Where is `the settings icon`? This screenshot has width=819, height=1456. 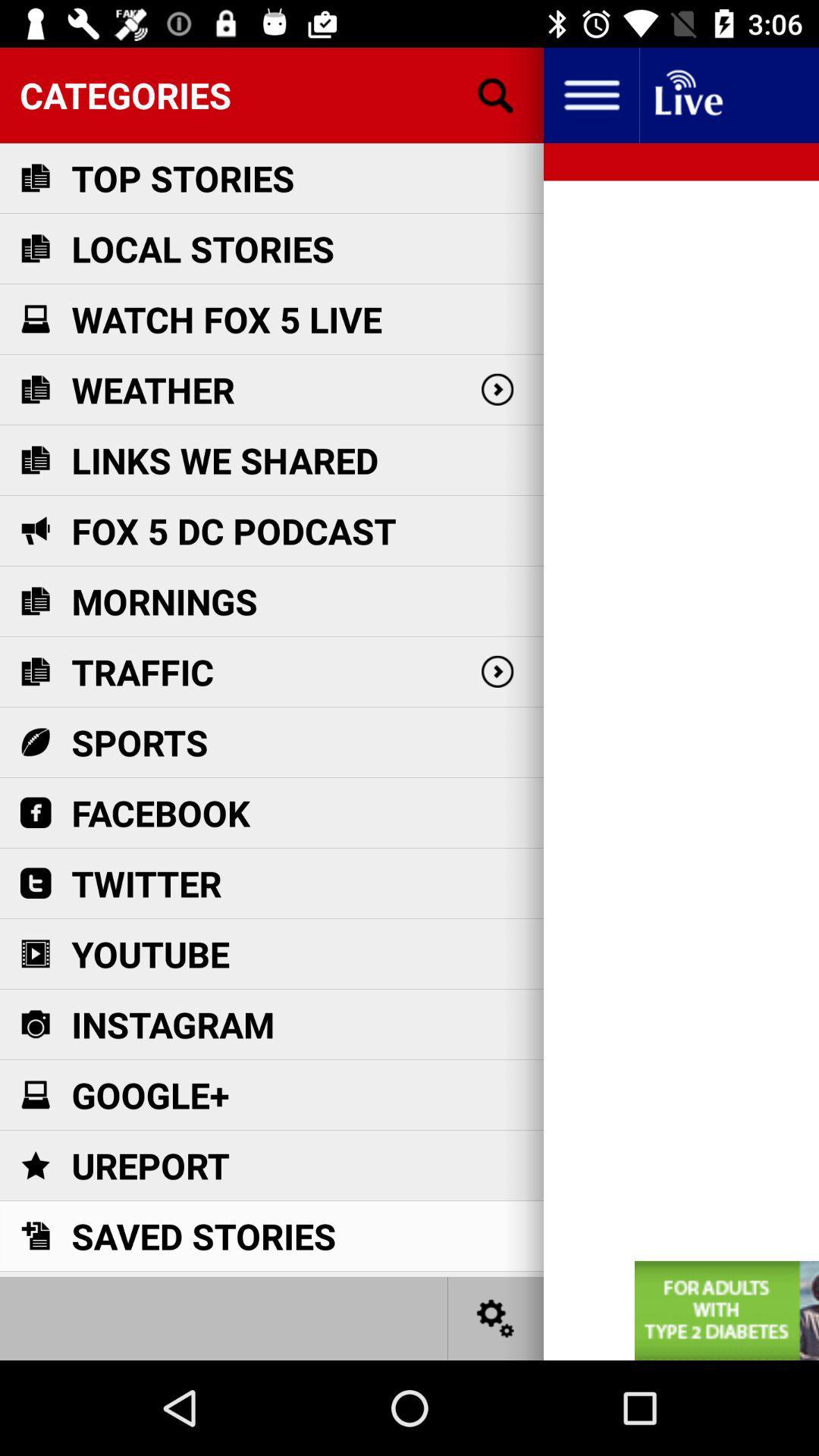 the settings icon is located at coordinates (496, 1317).